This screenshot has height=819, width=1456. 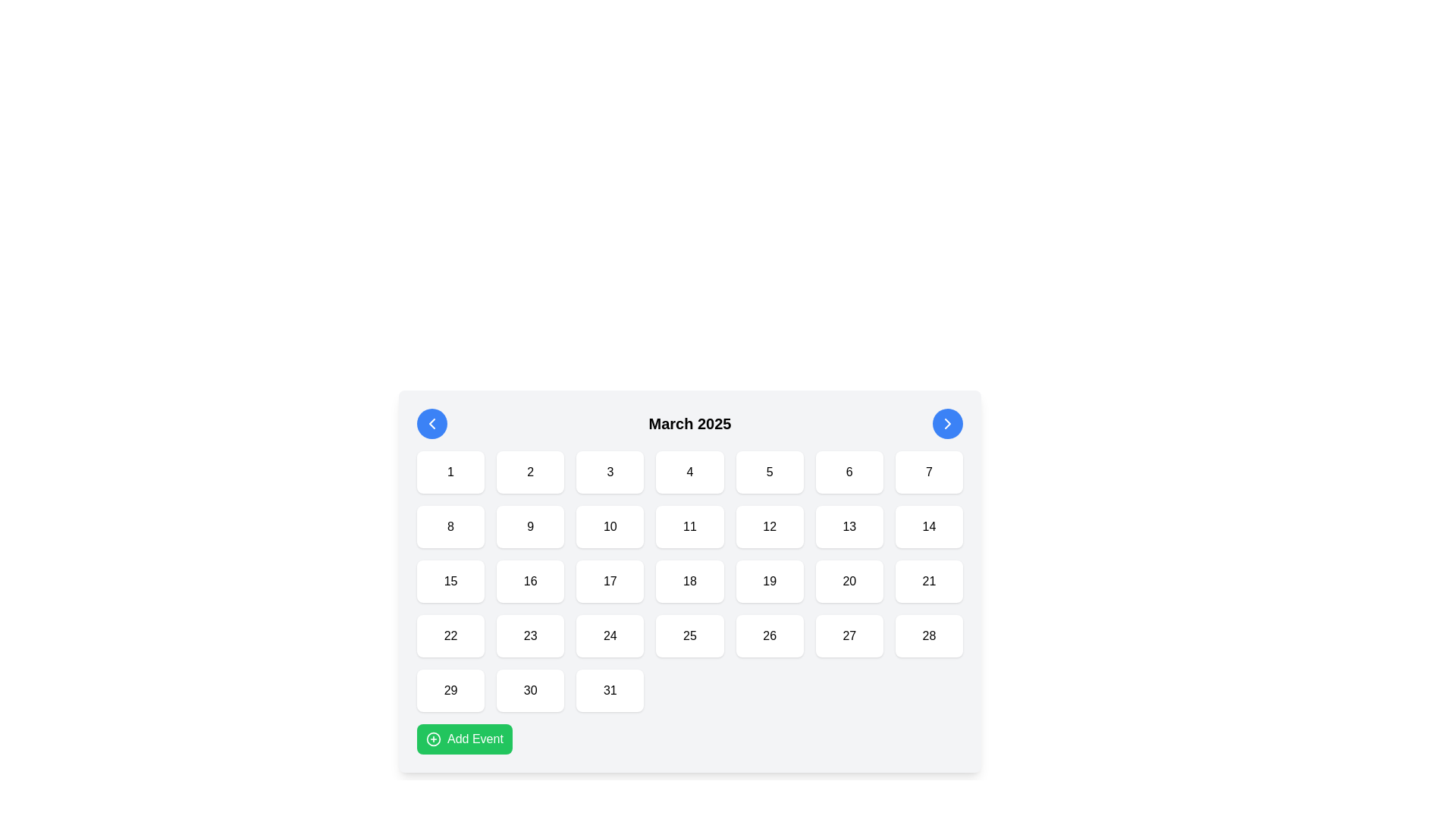 I want to click on the calendar day button representing the 14th of March 2025, so click(x=928, y=526).